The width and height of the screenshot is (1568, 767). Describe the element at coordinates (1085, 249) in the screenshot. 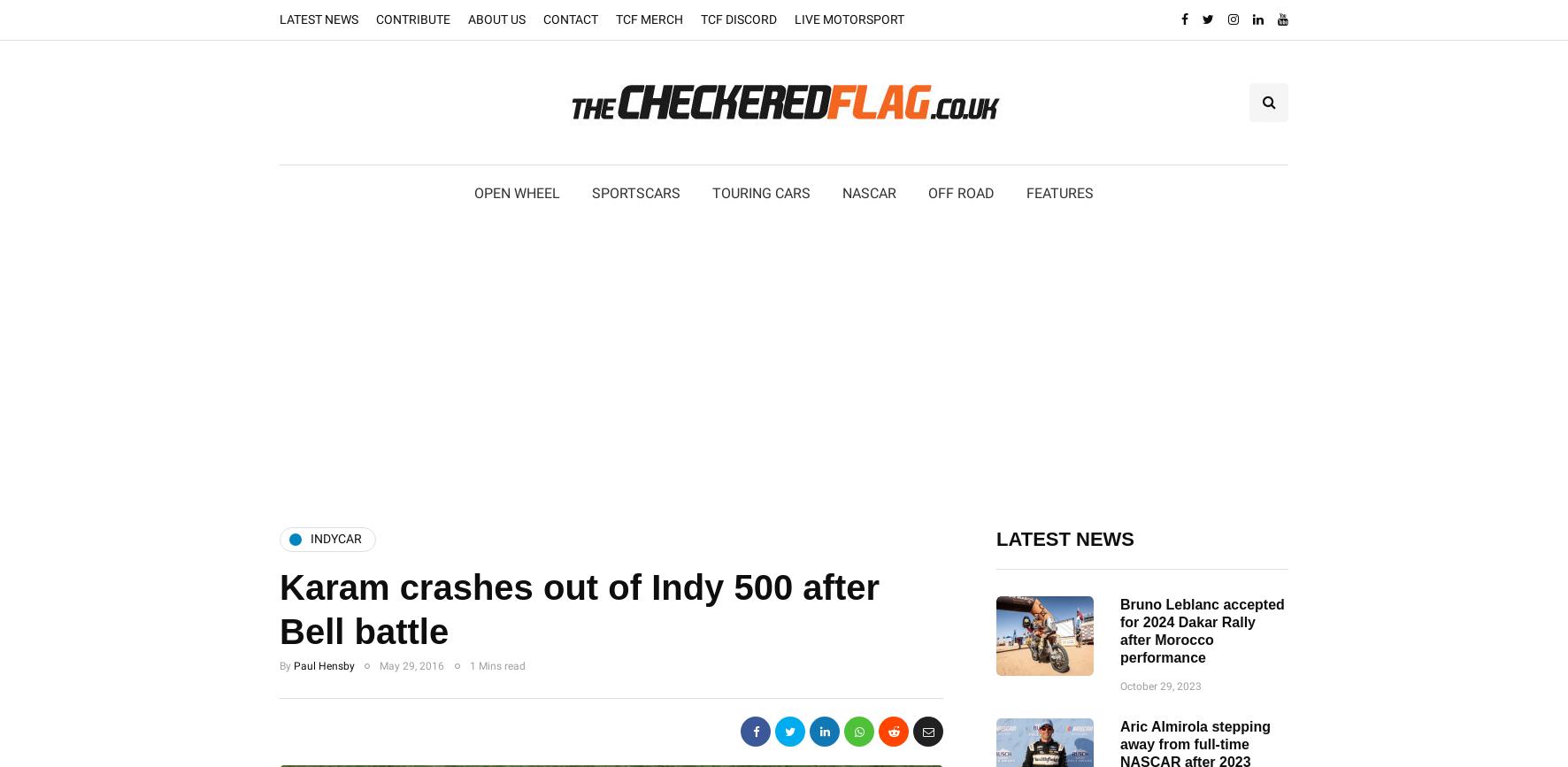

I see `'Driver Columns'` at that location.